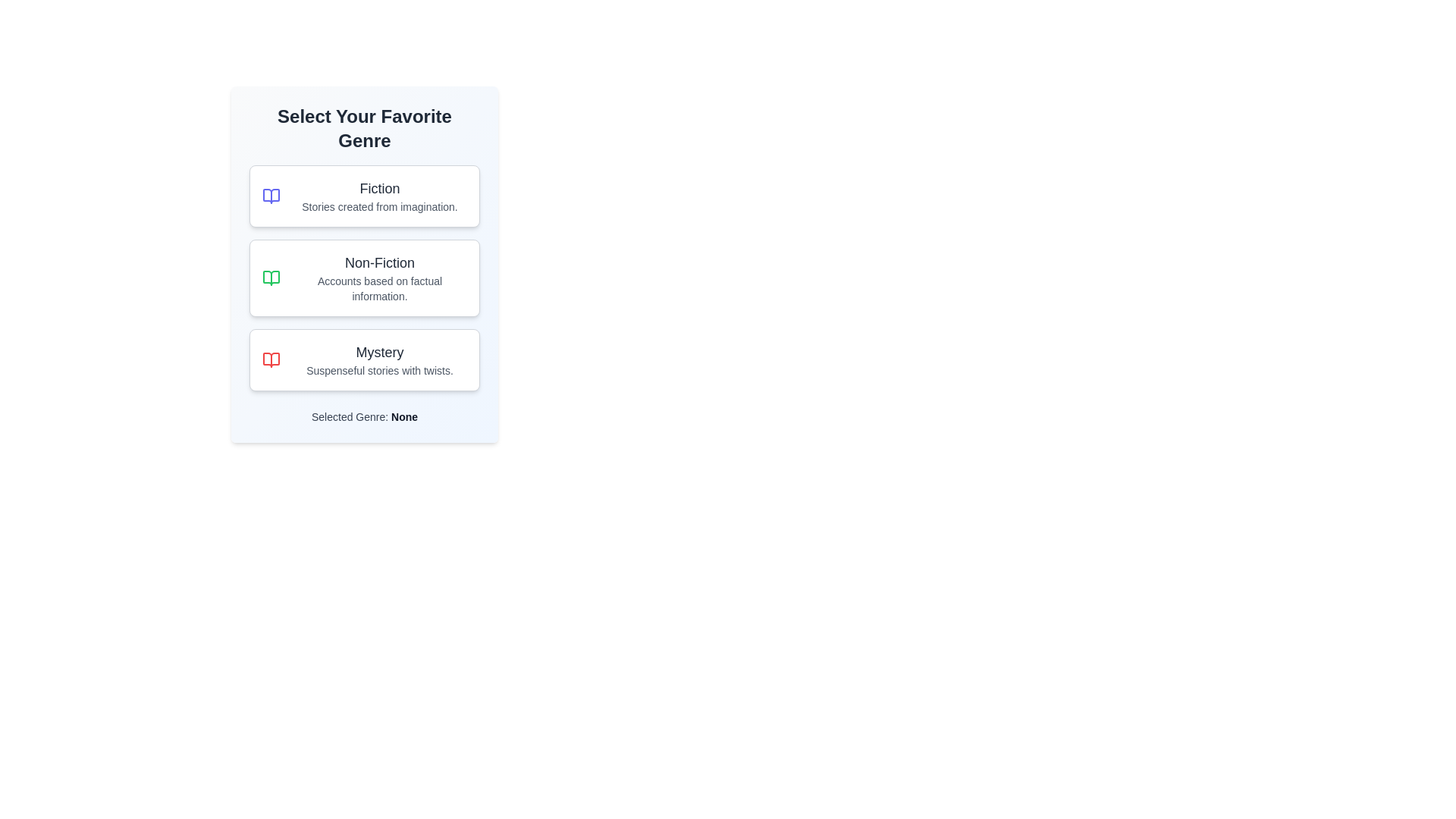 This screenshot has width=1456, height=819. What do you see at coordinates (364, 127) in the screenshot?
I see `the Header text element, which serves as a title or instruction above the genre options section` at bounding box center [364, 127].